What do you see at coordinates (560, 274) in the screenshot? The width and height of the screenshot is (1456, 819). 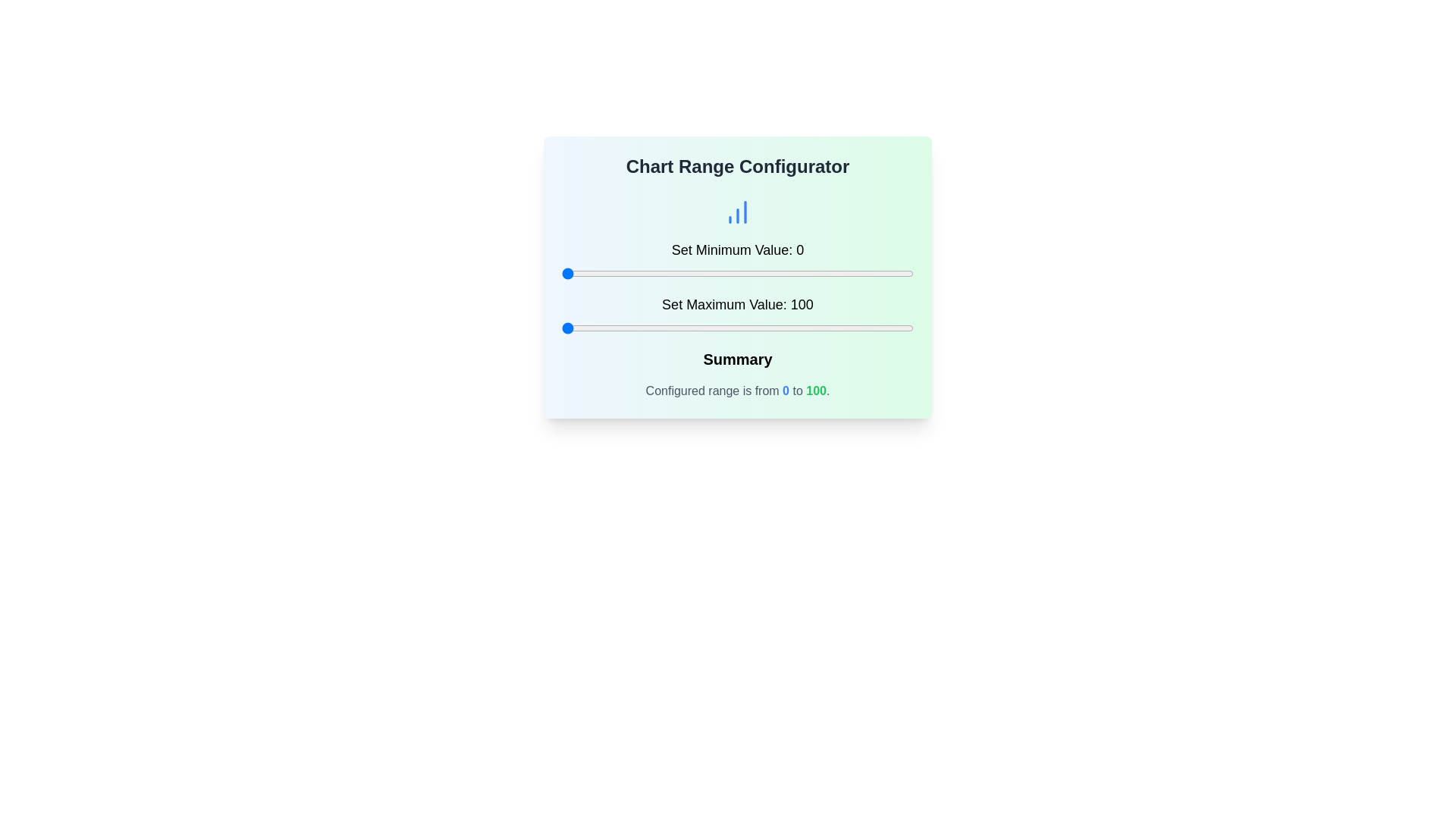 I see `the minimum value slider to set the value to 0` at bounding box center [560, 274].